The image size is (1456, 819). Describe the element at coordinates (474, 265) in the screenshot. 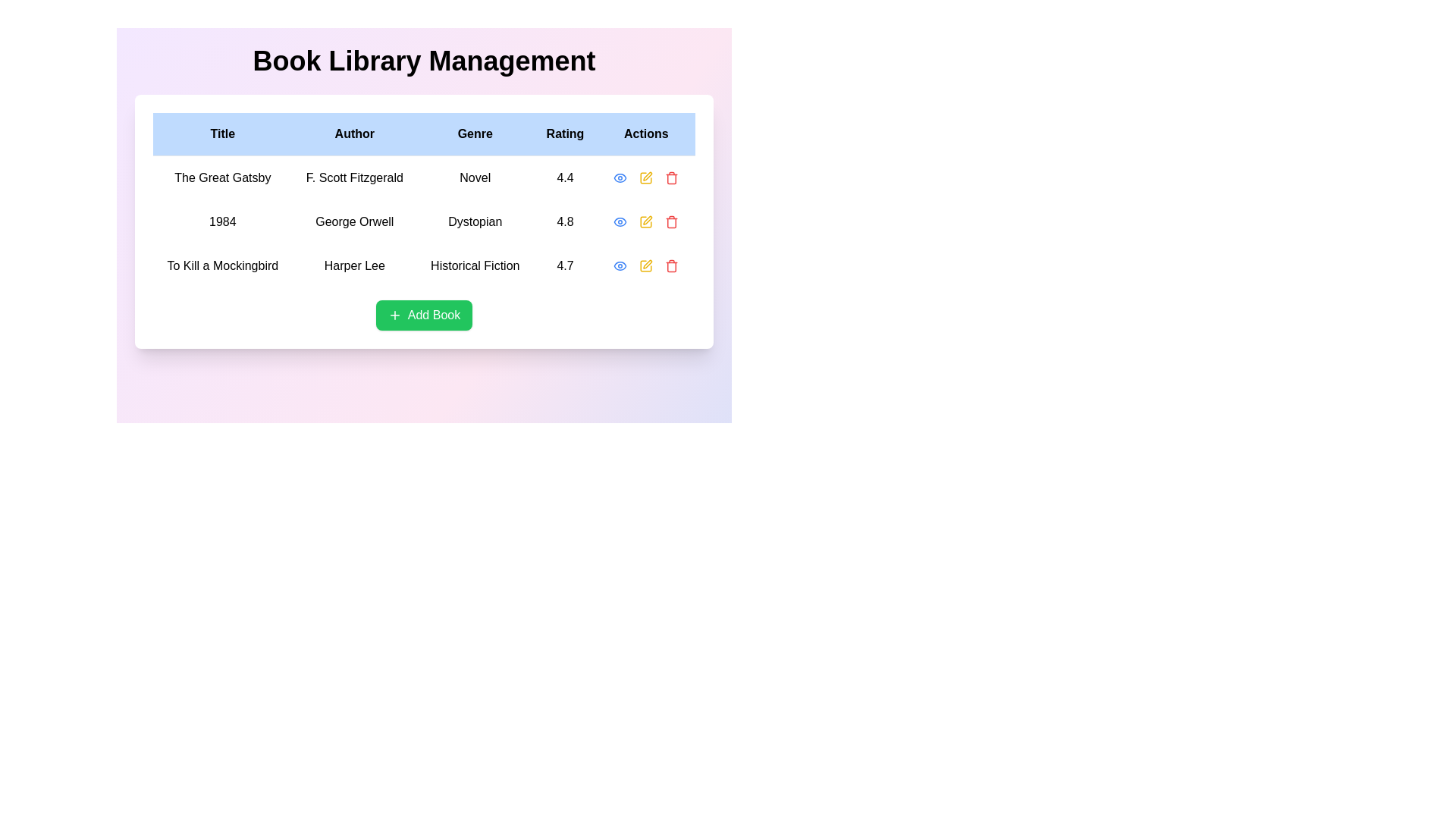

I see `the Genre text display for the book 'To Kill a Mockingbird'` at that location.